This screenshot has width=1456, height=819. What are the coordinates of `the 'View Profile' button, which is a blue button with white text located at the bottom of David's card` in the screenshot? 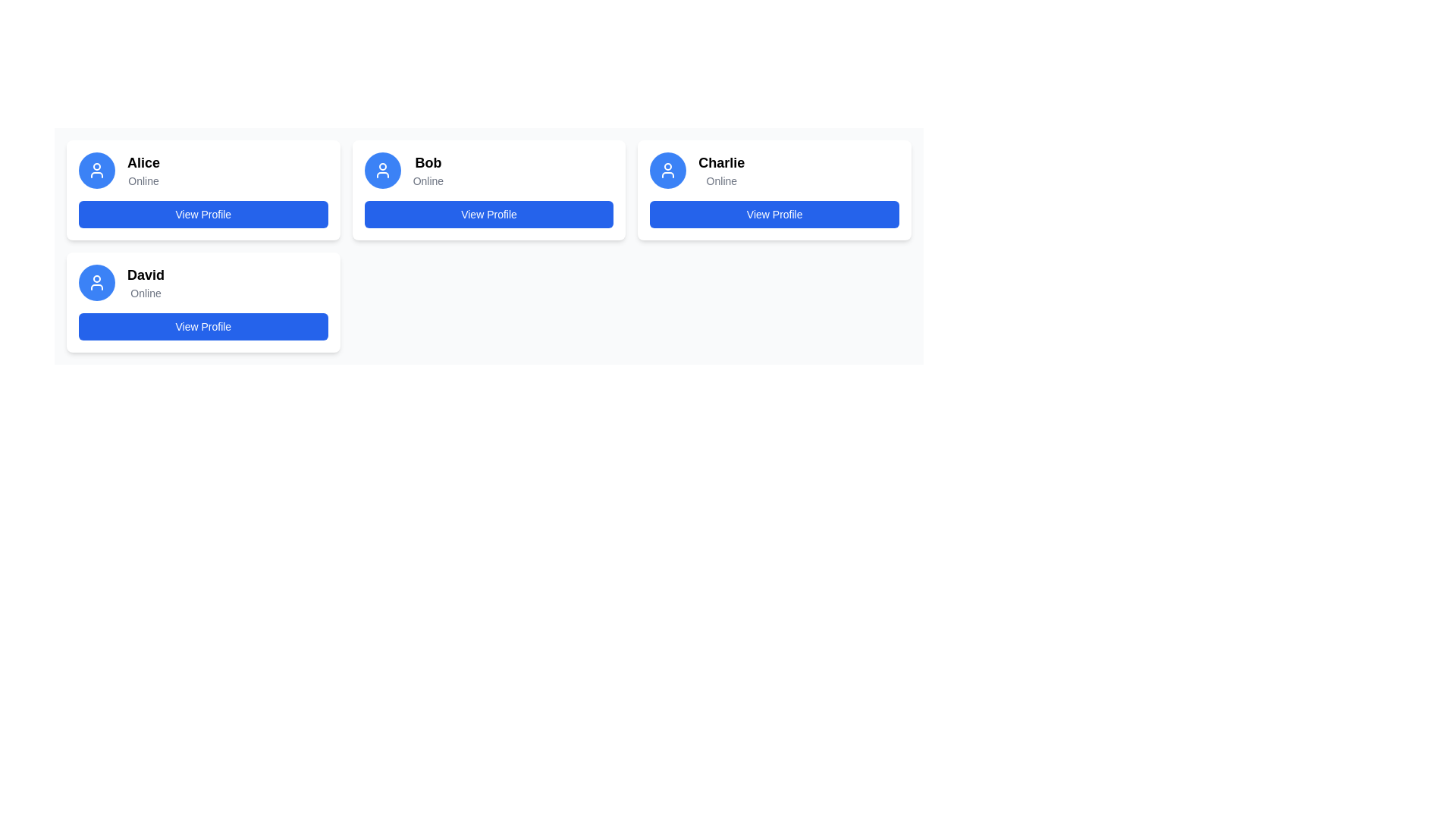 It's located at (202, 326).